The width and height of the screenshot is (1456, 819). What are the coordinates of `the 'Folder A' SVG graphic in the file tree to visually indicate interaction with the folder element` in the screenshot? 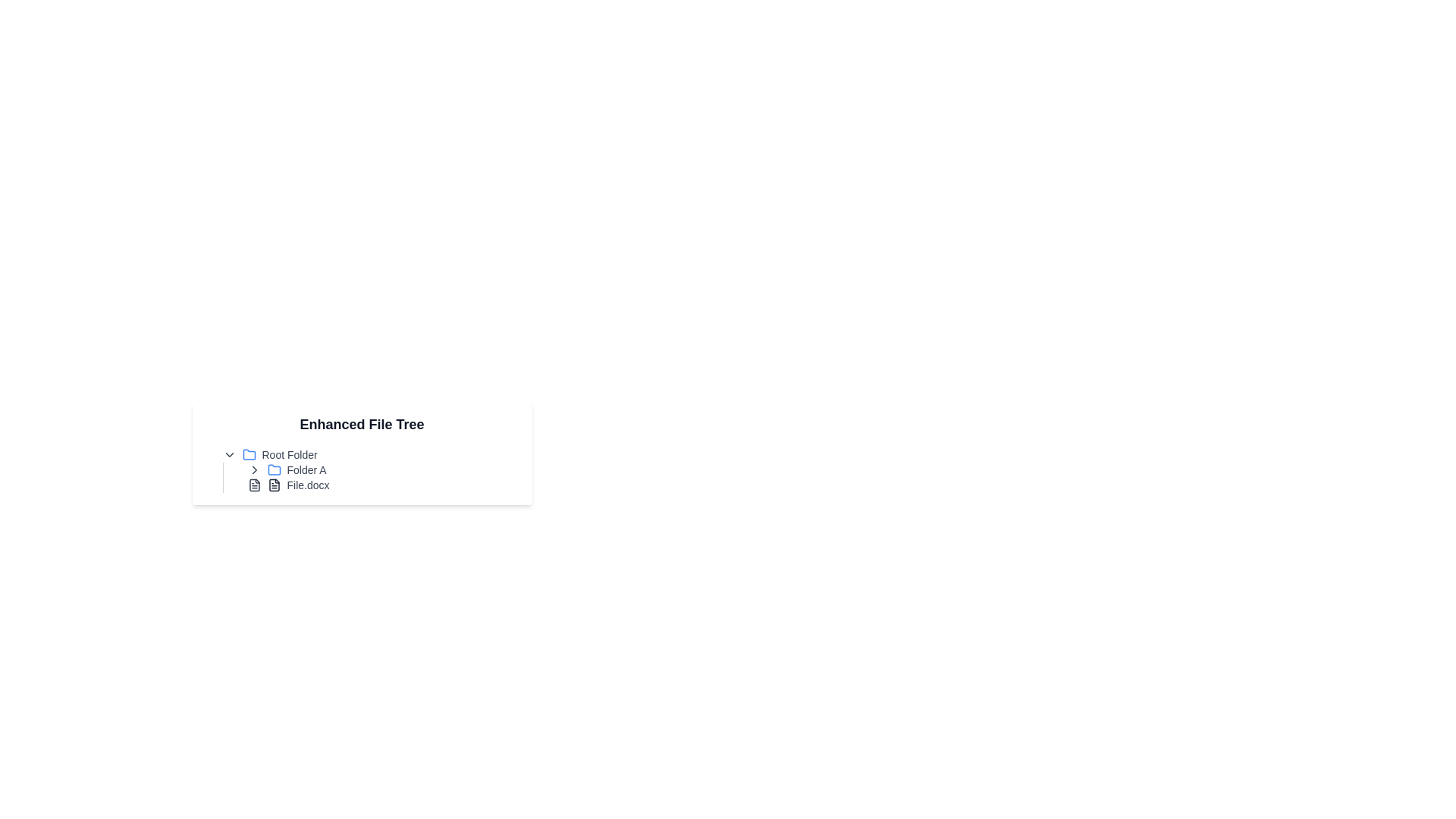 It's located at (274, 469).